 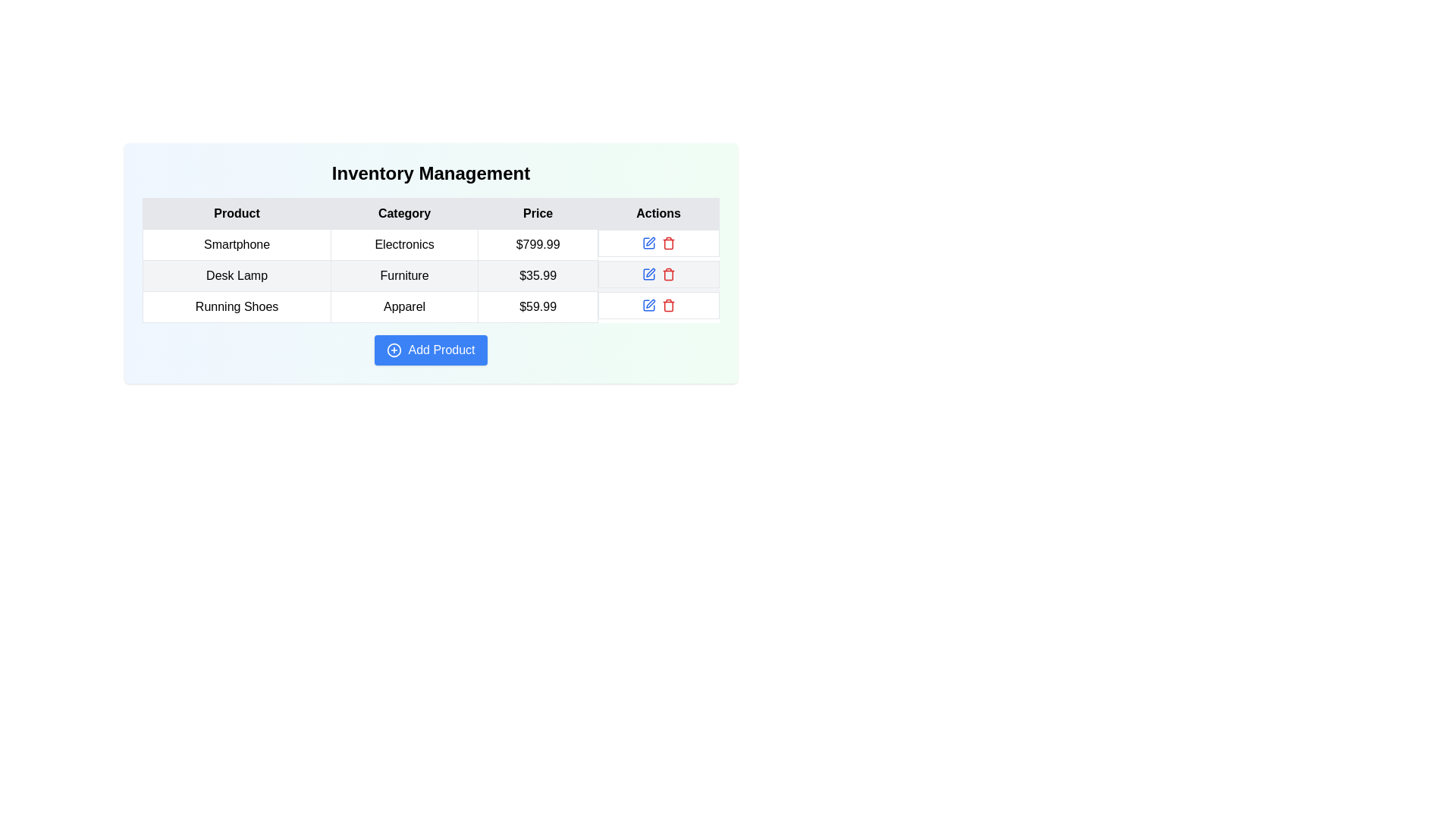 I want to click on table cell in the third row under the 'Category' column that contains the text 'Apparel' for text purposes, so click(x=430, y=307).